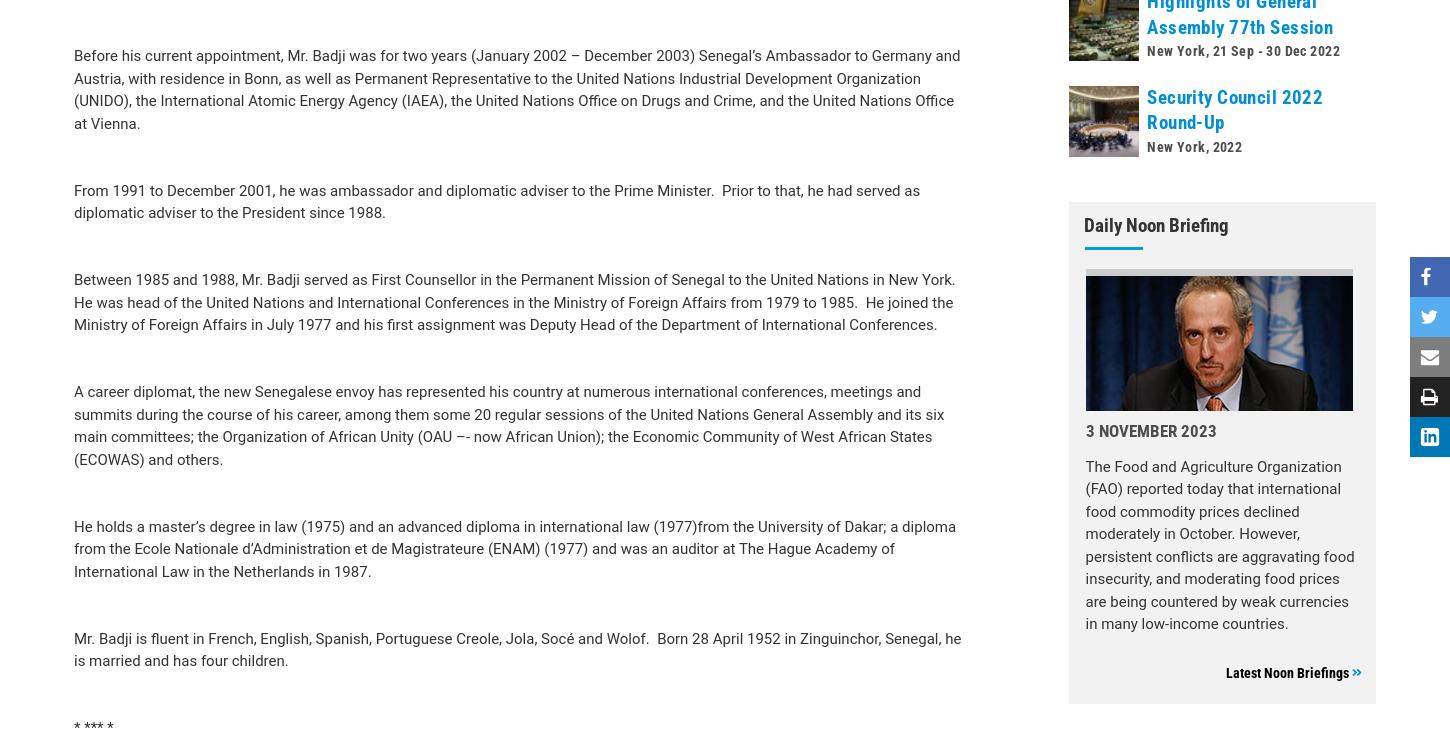 The width and height of the screenshot is (1450, 732). I want to click on 'He holds a master’s degree in law (1975) and an advanced diploma in international law (1977)from the University of Dakar; a diploma from the Ecole Nationale d’Administration et de Magistrateure (ENAM) (1977) and was an auditor at The Hague Academy of International Law in the Netherlands in 1987.', so click(515, 359).